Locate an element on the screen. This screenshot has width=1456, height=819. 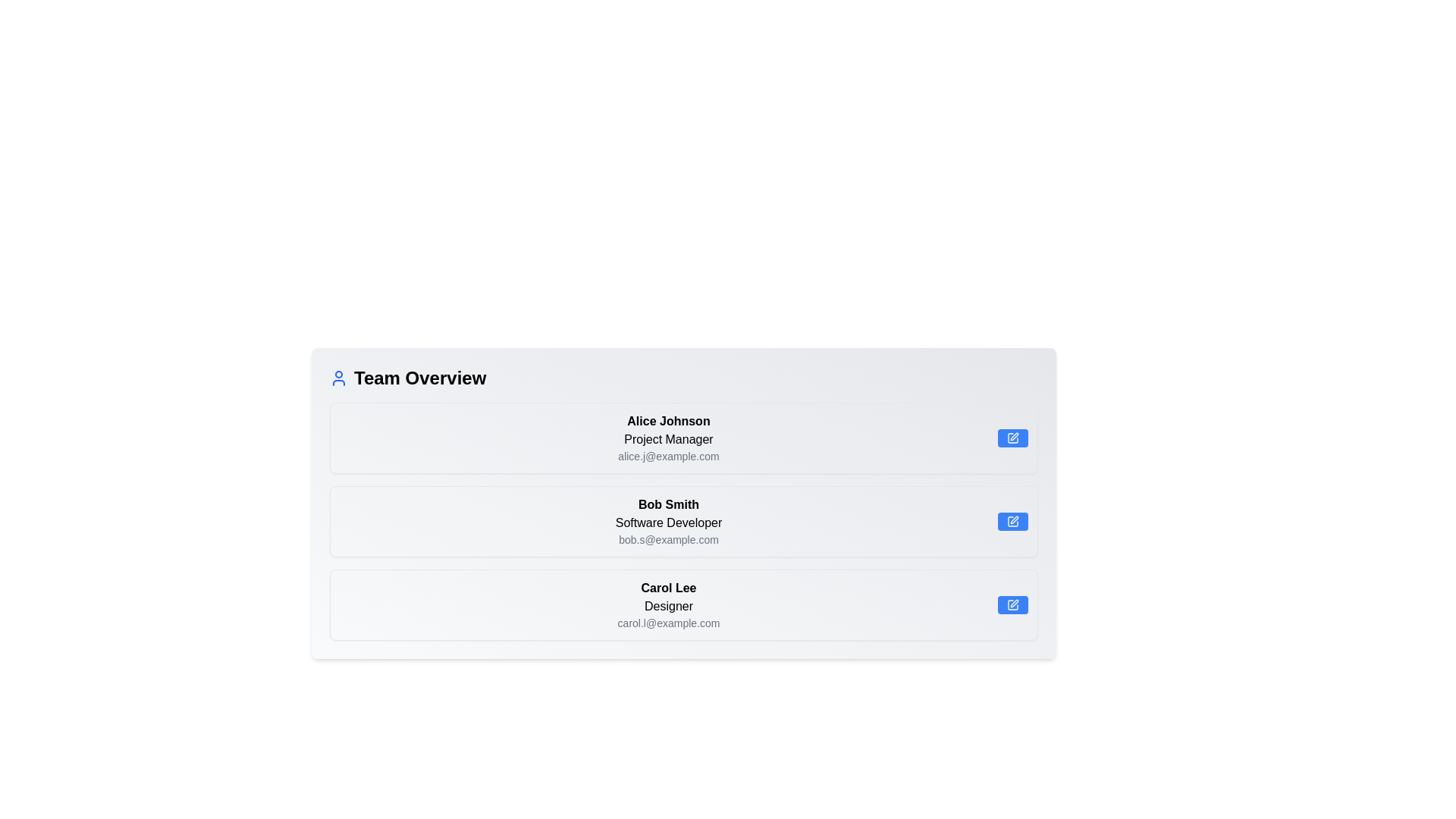
the Information card displaying 'Carol Lee', which is the third card is located at coordinates (683, 604).